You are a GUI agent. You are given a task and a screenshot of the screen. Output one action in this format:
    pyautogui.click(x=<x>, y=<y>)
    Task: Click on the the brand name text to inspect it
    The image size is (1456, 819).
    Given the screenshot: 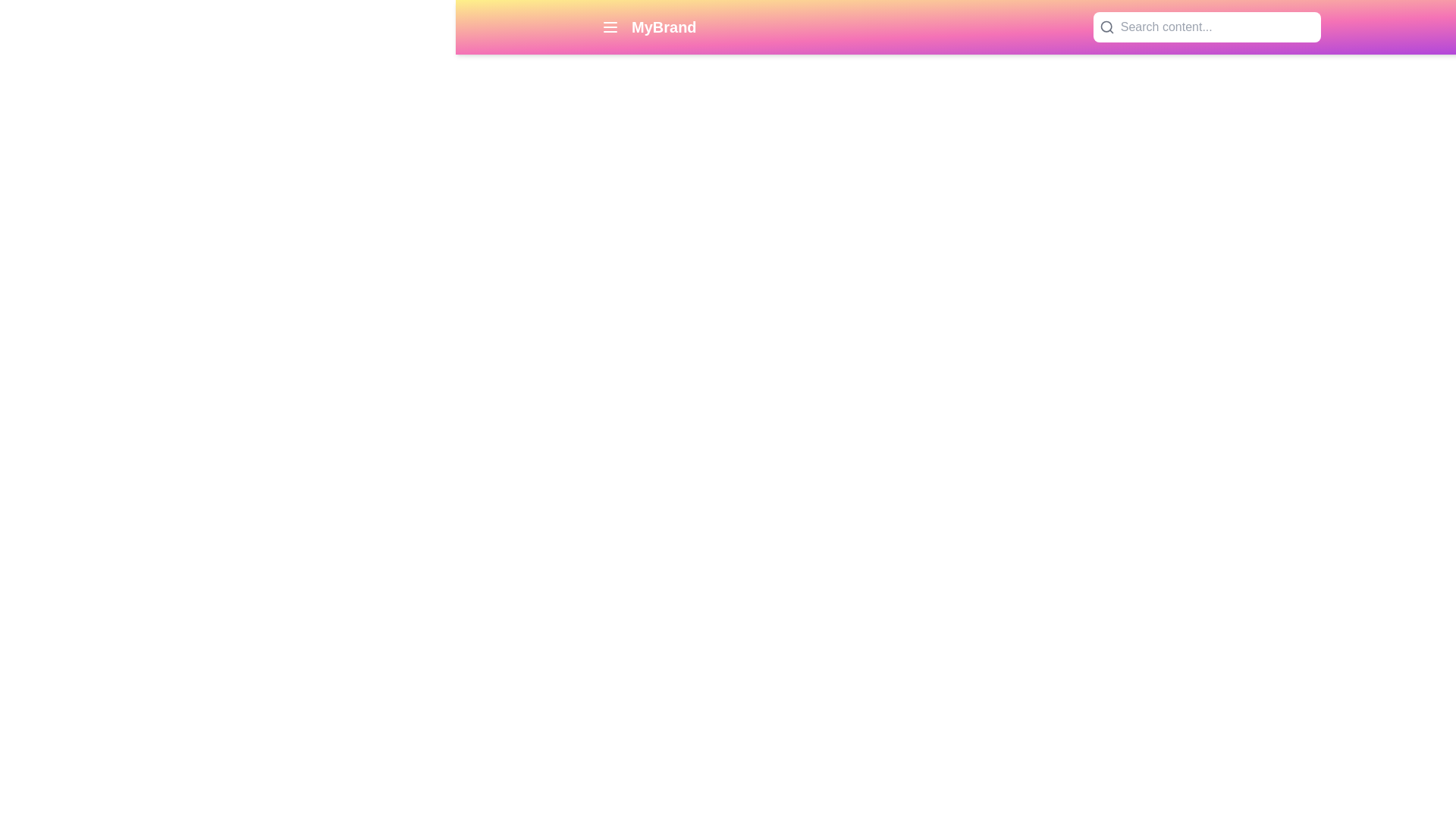 What is the action you would take?
    pyautogui.click(x=664, y=27)
    